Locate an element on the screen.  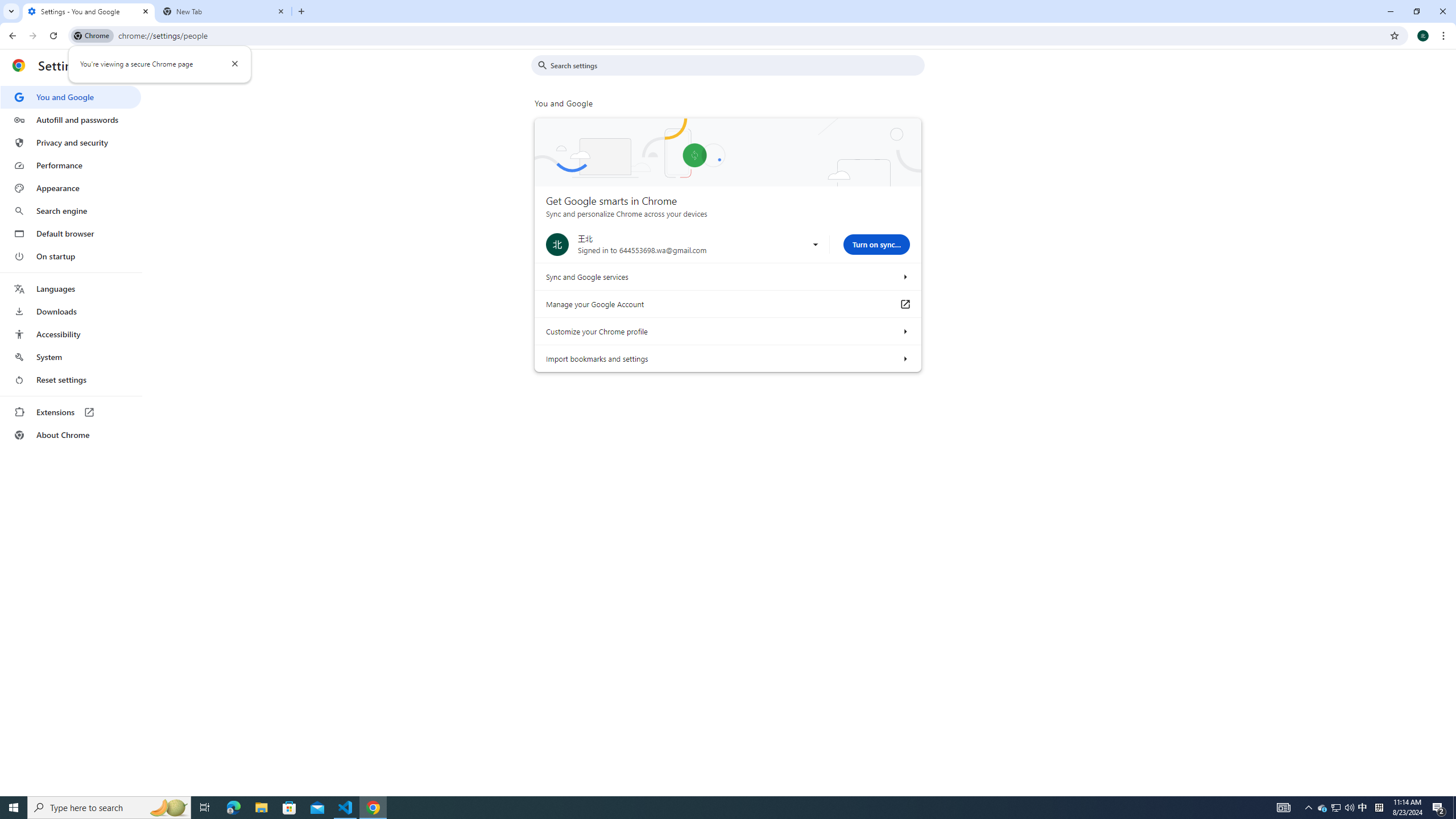
'Type here to search' is located at coordinates (109, 806).